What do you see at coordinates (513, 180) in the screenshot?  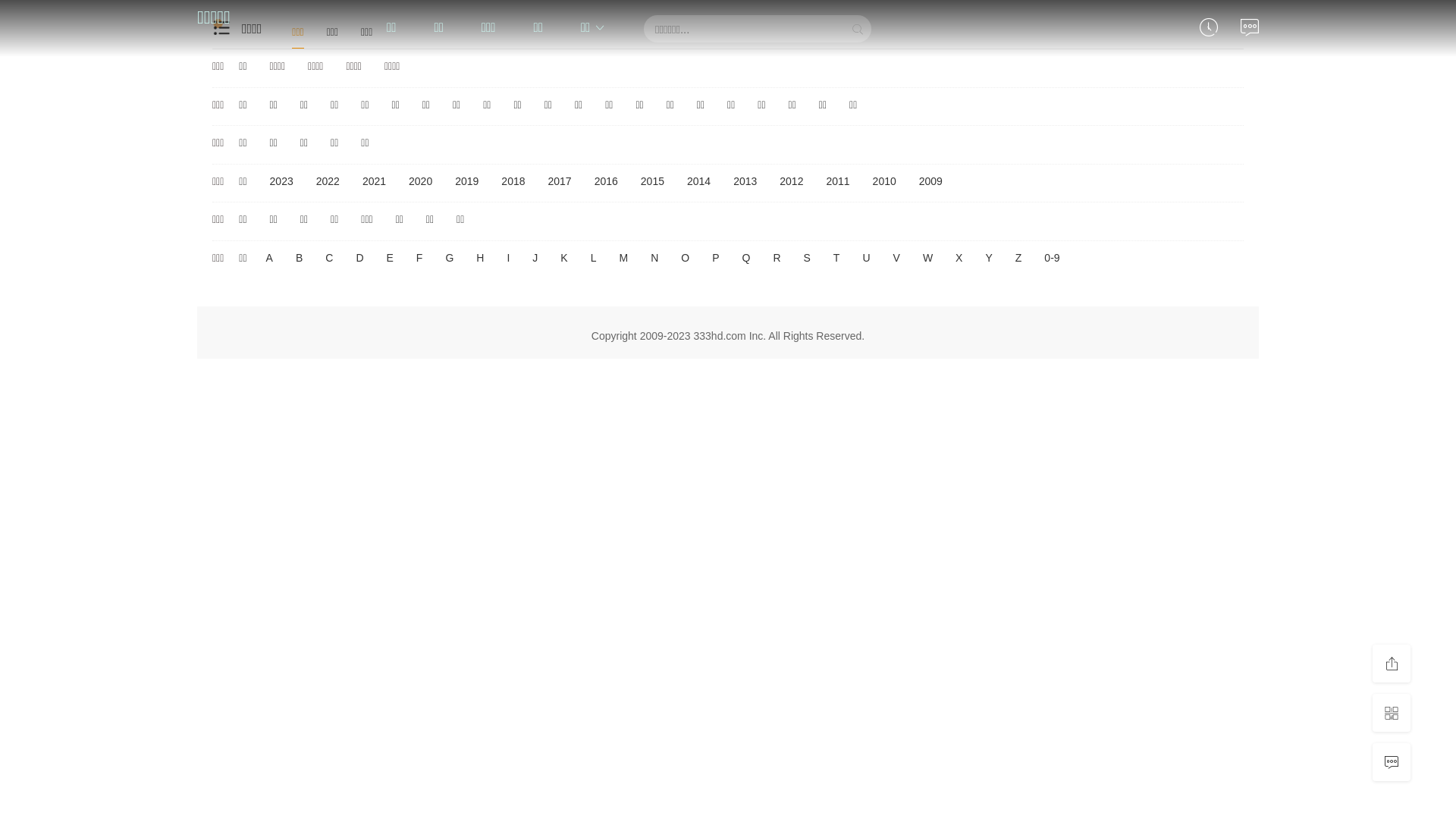 I see `'2018'` at bounding box center [513, 180].